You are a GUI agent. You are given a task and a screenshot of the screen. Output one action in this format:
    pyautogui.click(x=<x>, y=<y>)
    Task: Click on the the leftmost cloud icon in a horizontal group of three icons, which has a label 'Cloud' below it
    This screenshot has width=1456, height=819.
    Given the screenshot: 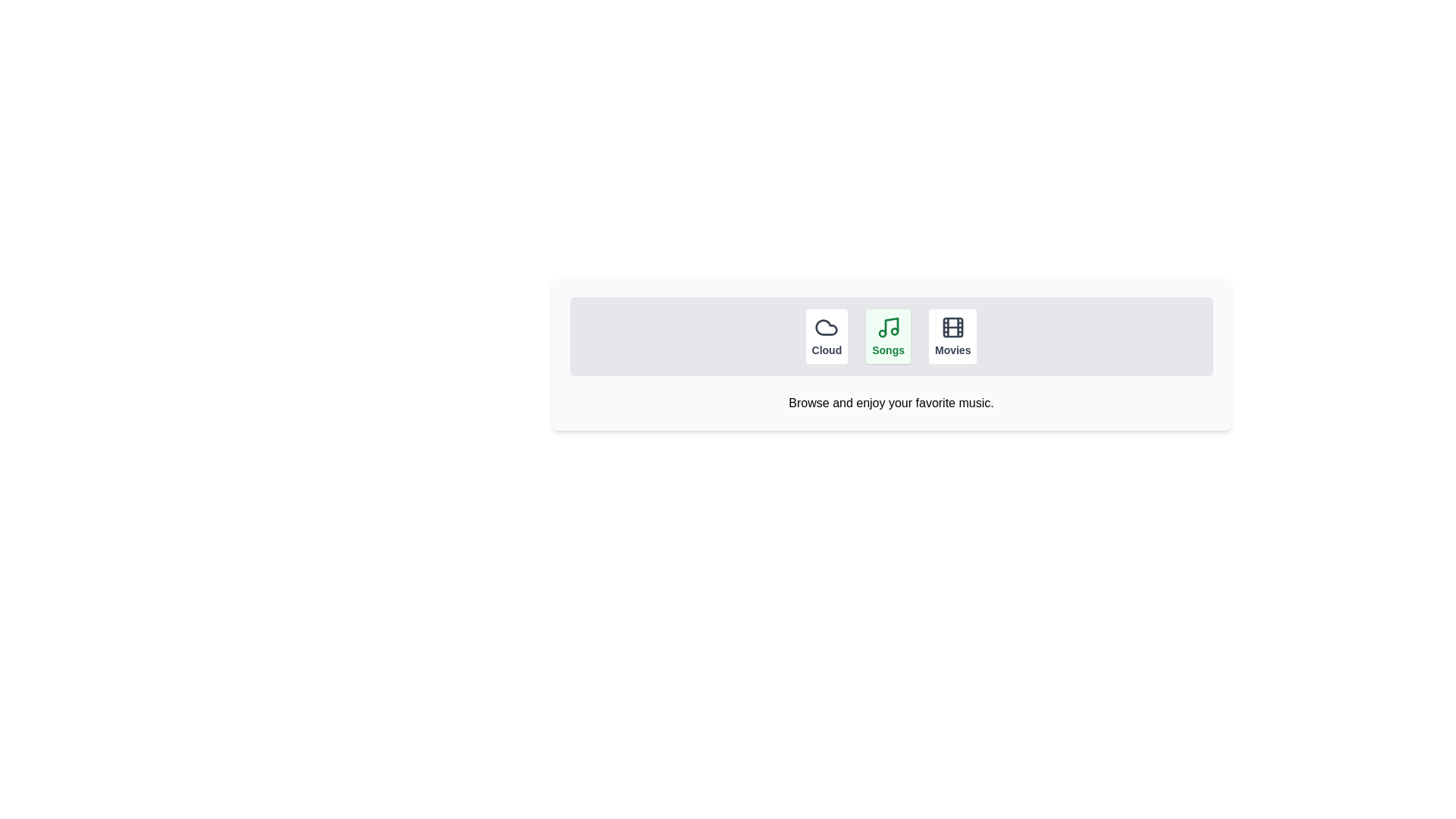 What is the action you would take?
    pyautogui.click(x=826, y=327)
    